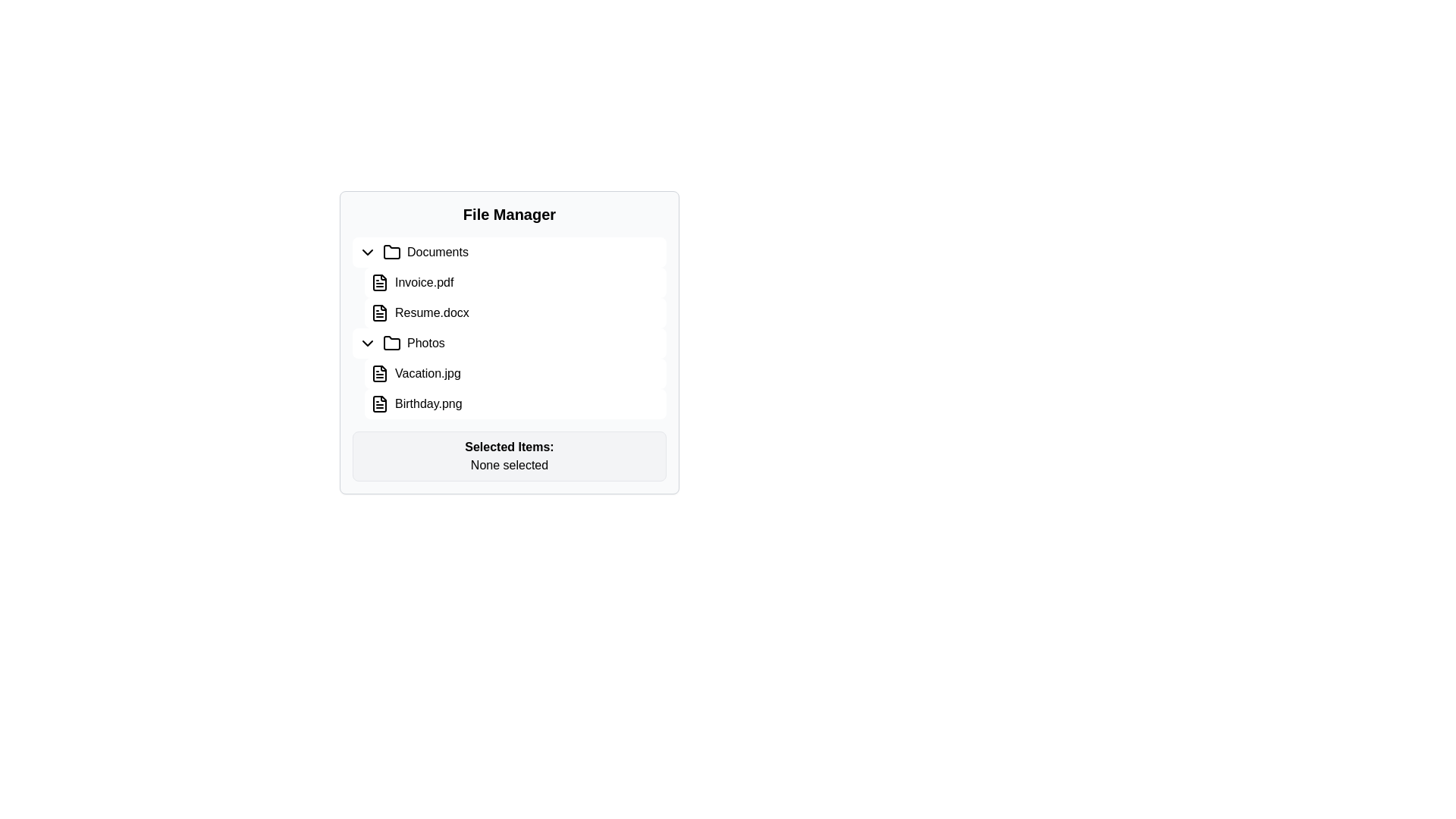  I want to click on the center of the hierarchical file list, so click(510, 327).